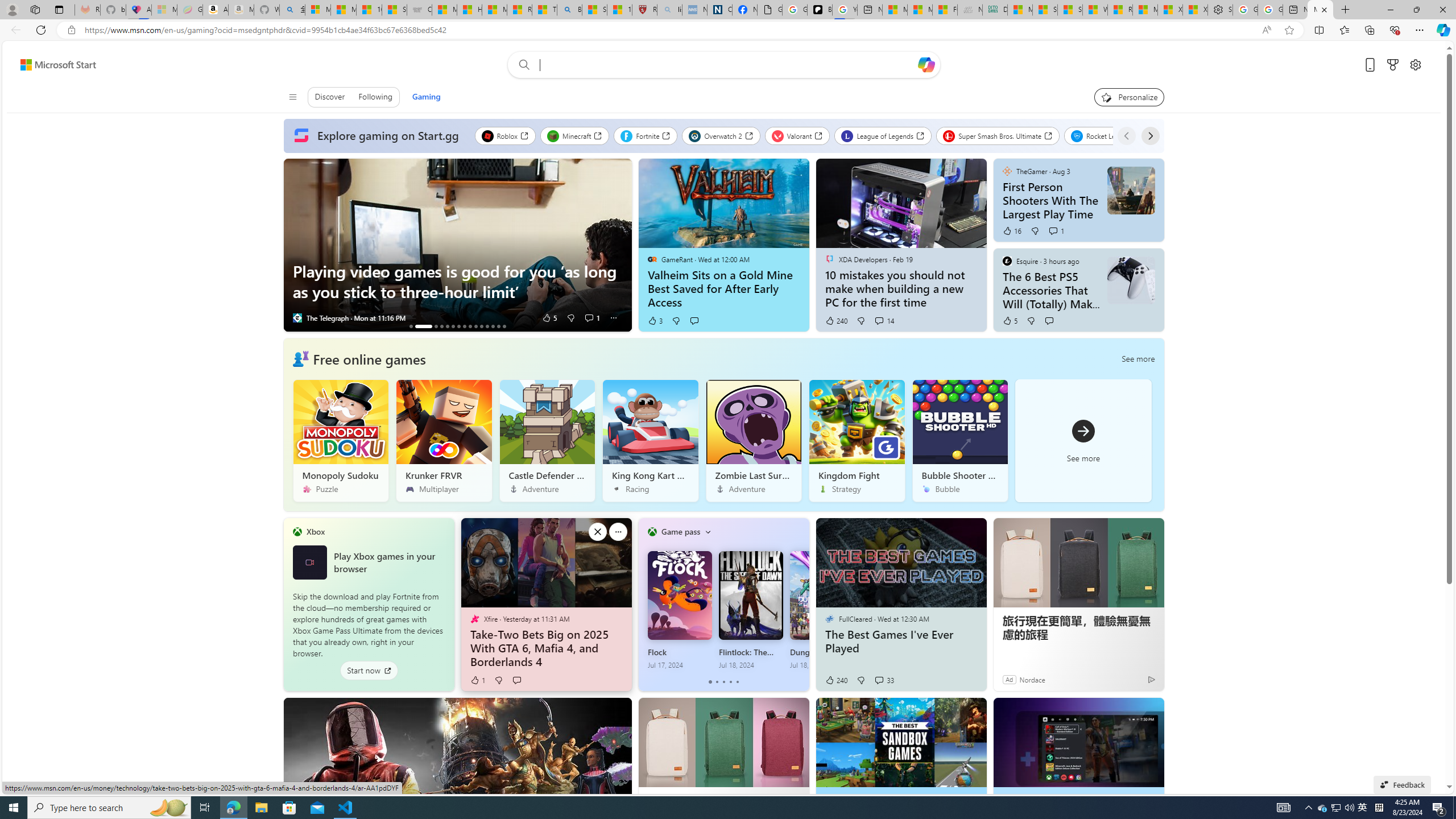  What do you see at coordinates (883, 135) in the screenshot?
I see `'League of Legends'` at bounding box center [883, 135].